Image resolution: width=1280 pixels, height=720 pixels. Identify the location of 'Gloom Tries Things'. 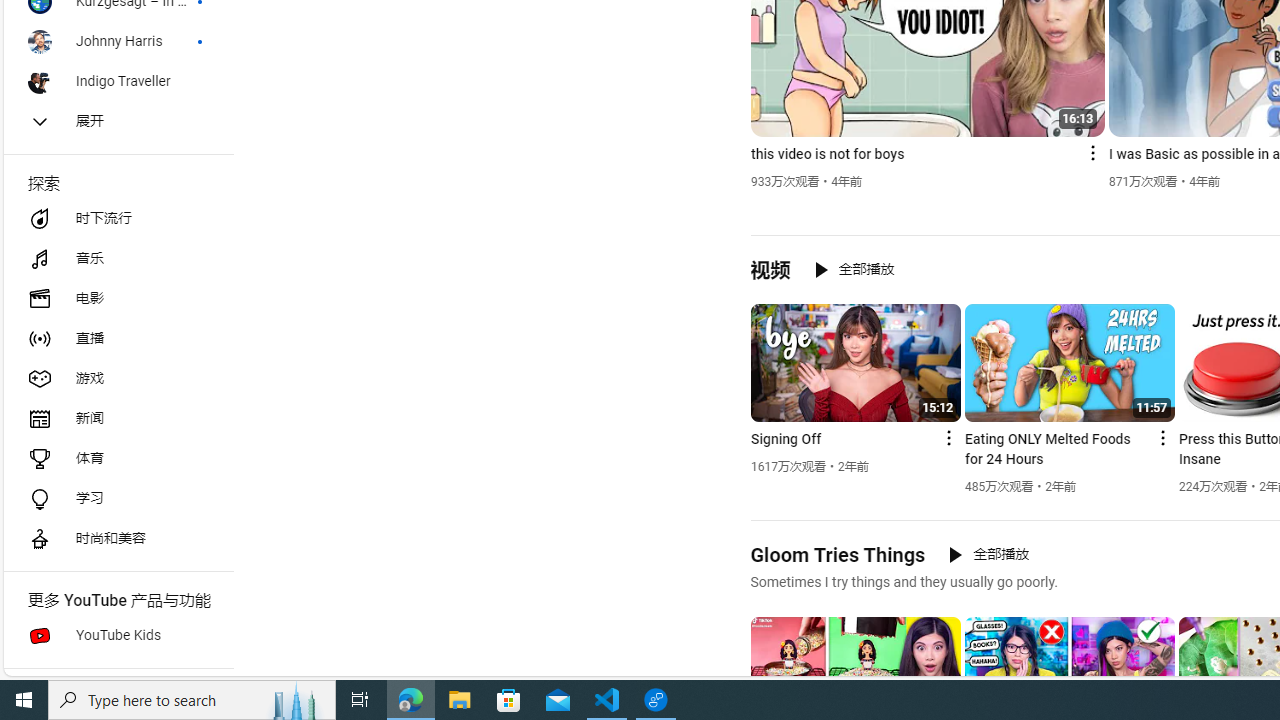
(837, 554).